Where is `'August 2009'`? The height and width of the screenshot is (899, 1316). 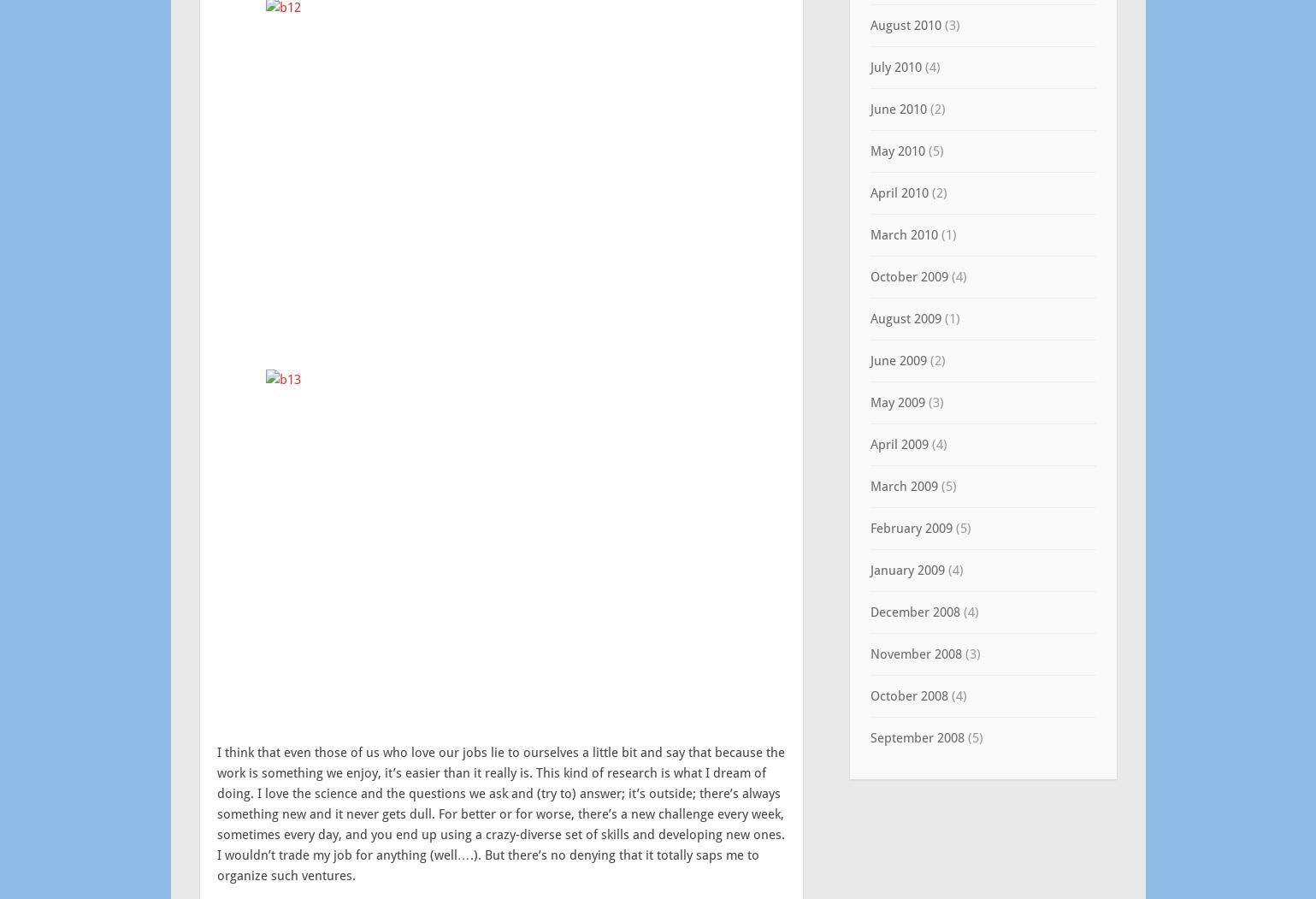
'August 2009' is located at coordinates (904, 317).